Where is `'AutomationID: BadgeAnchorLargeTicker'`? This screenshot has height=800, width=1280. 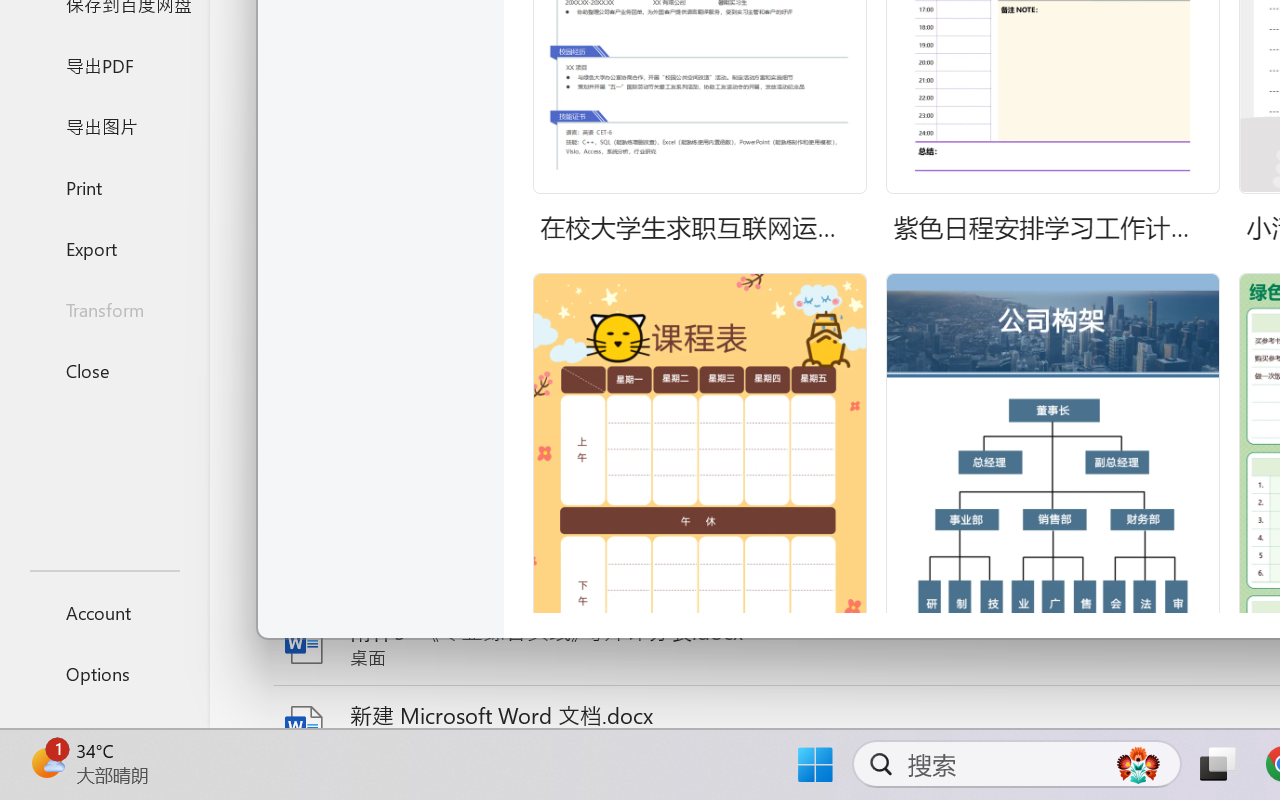
'AutomationID: BadgeAnchorLargeTicker' is located at coordinates (46, 762).